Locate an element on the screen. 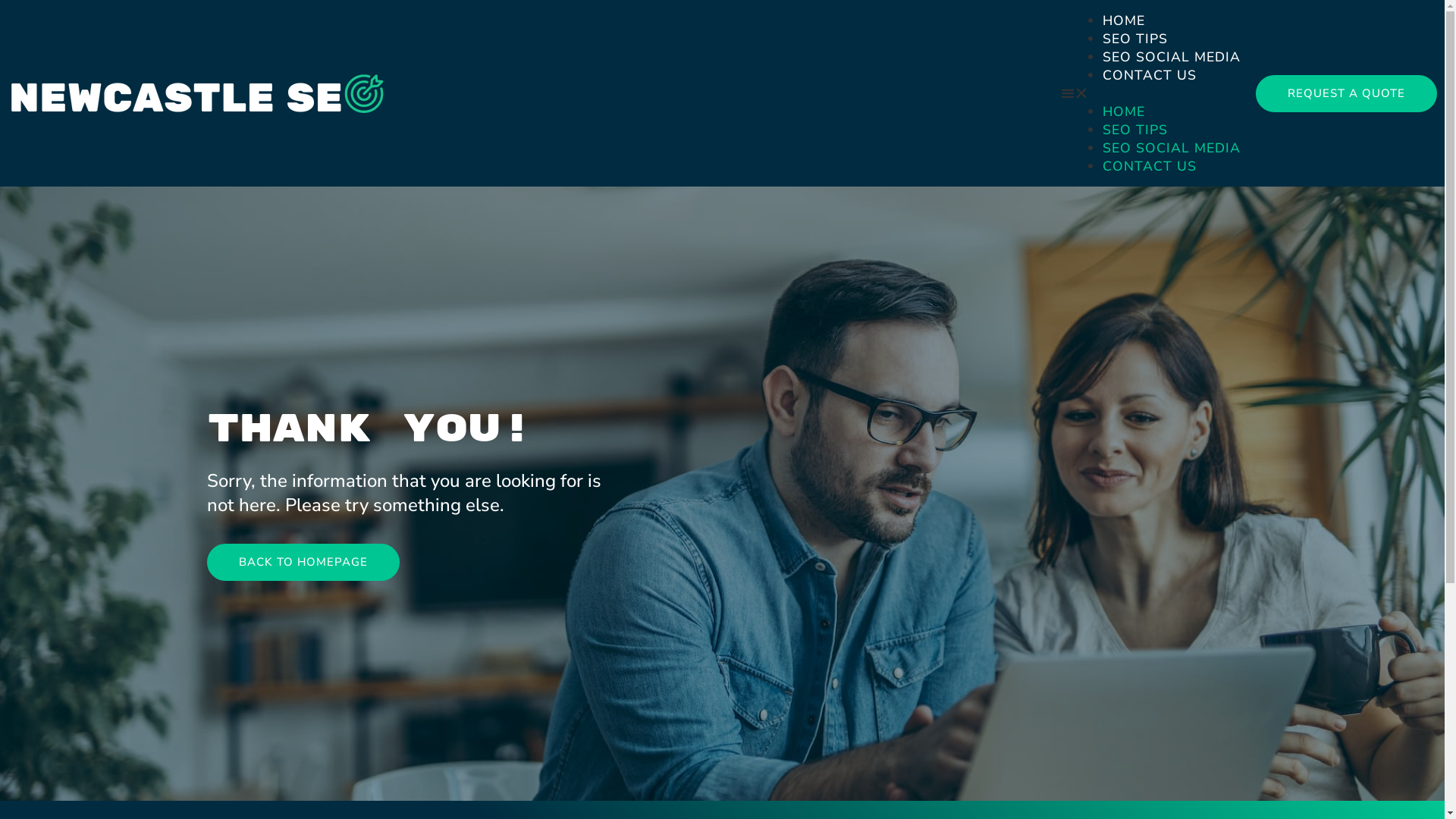 The width and height of the screenshot is (1456, 819). 'HOME' is located at coordinates (1103, 20).